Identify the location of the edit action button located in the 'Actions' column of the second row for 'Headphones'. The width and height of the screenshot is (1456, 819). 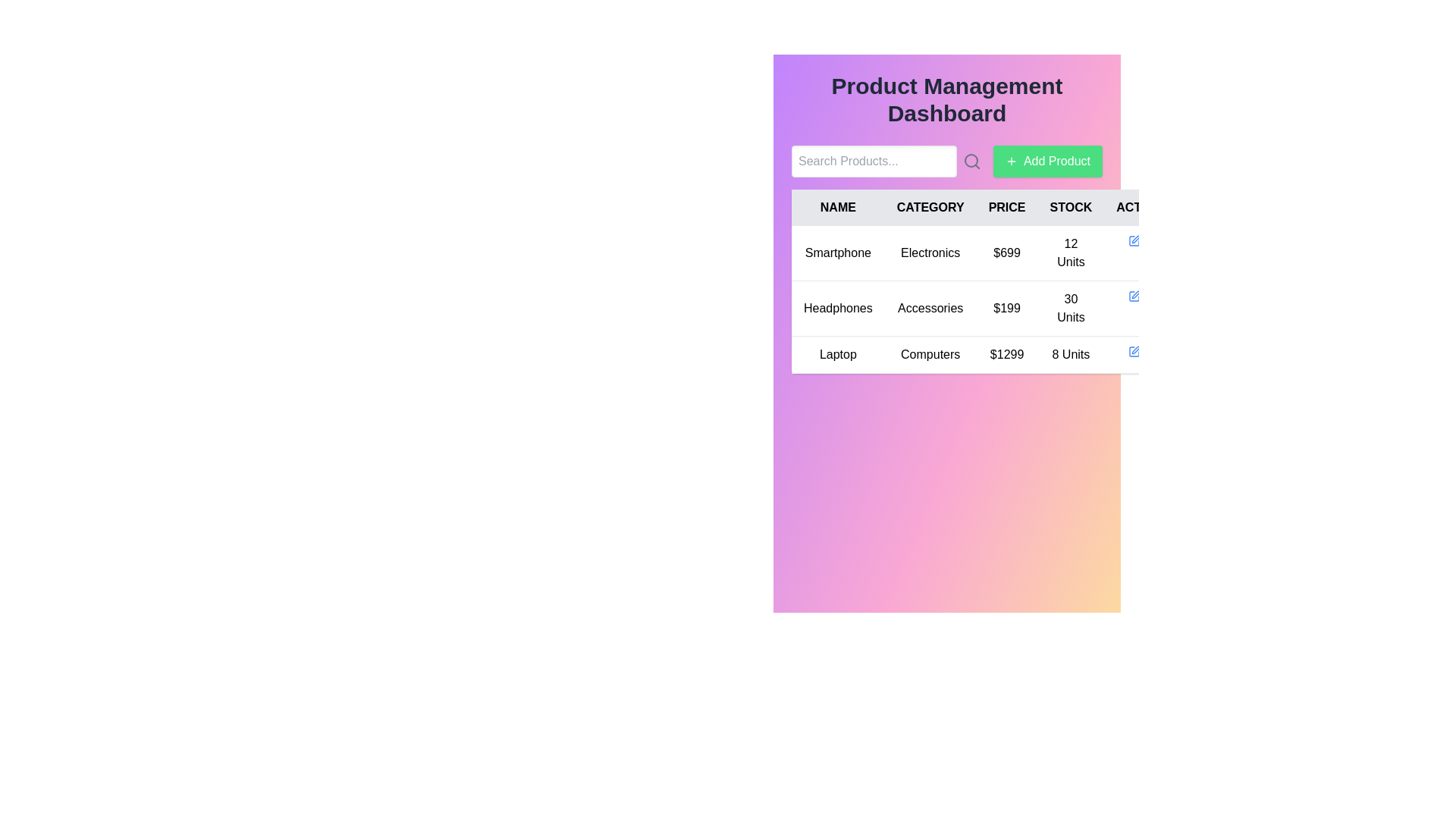
(1134, 296).